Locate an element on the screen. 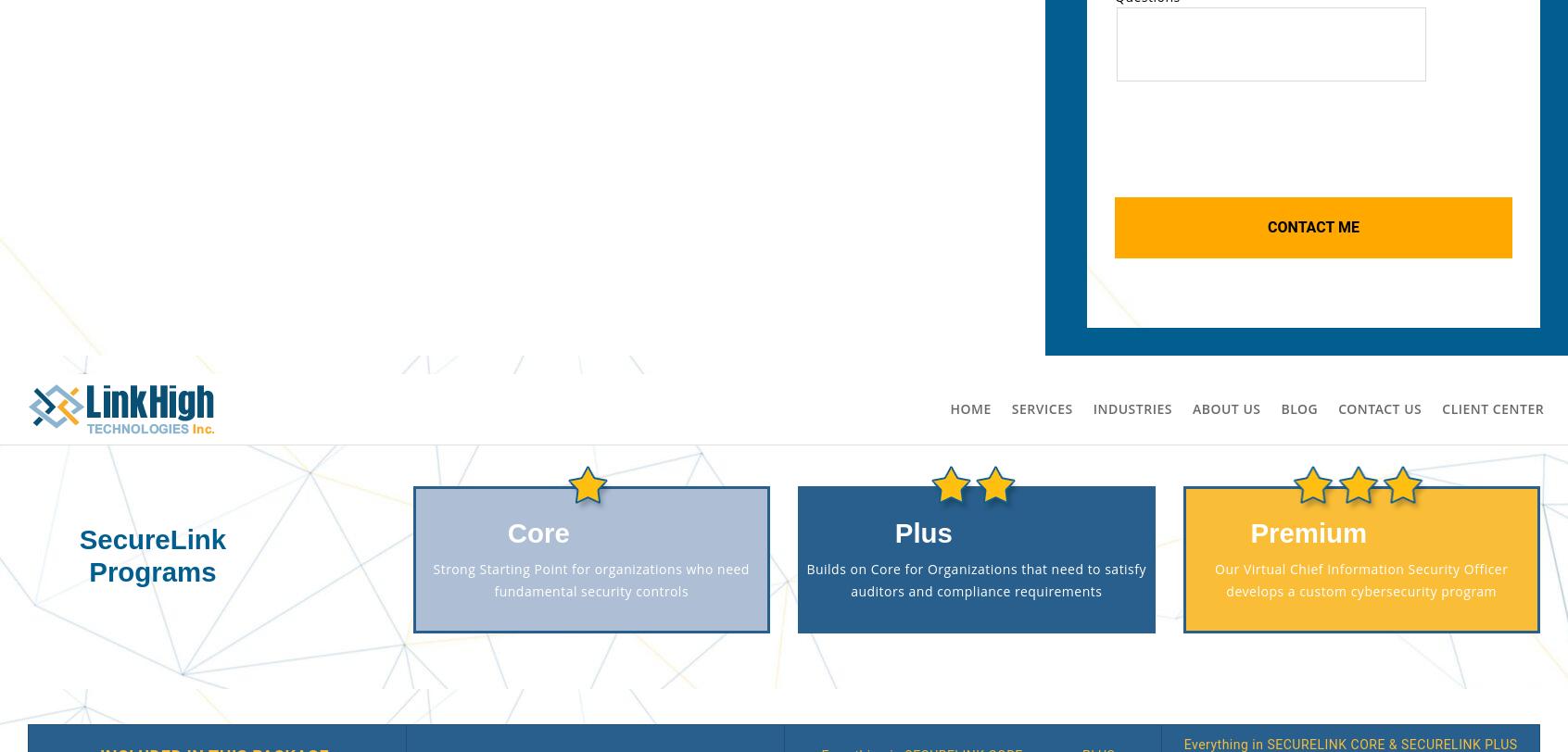  'THREAT MITIGATION' is located at coordinates (783, 301).